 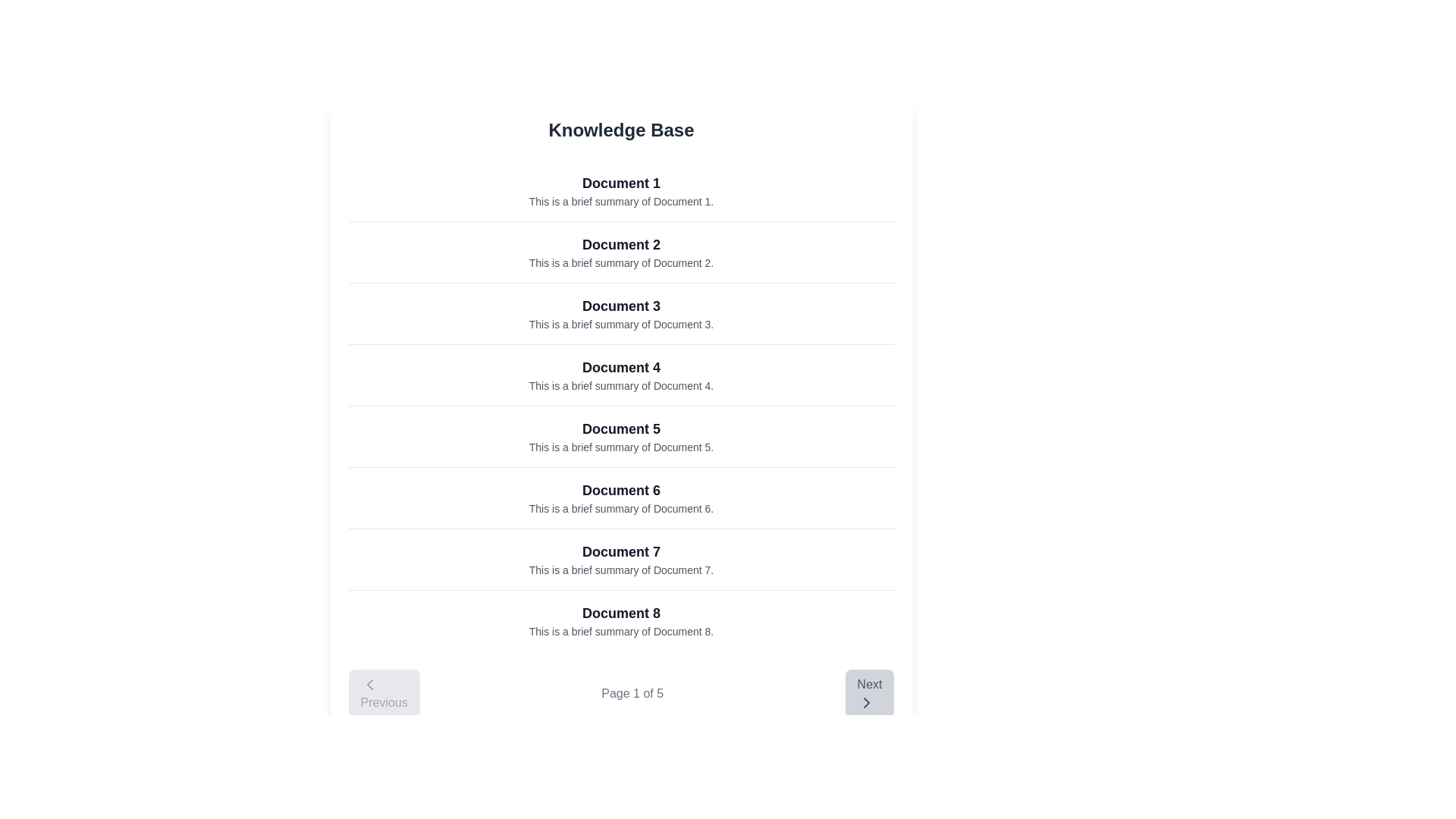 I want to click on text of the sixth List Item with Text that provides a summary of 'Document 6', so click(x=621, y=497).